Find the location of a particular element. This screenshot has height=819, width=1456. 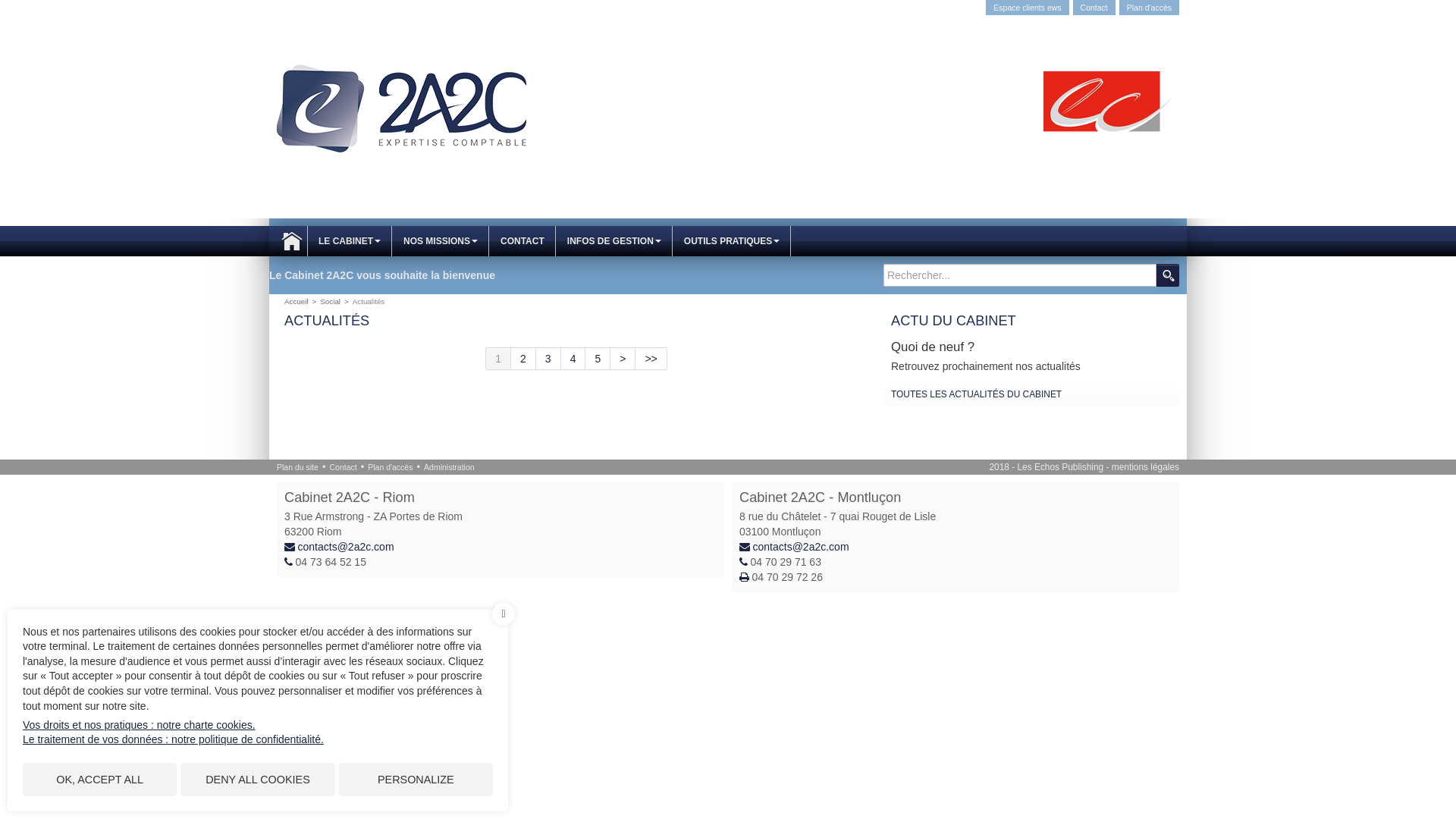

'Fax' is located at coordinates (745, 576).